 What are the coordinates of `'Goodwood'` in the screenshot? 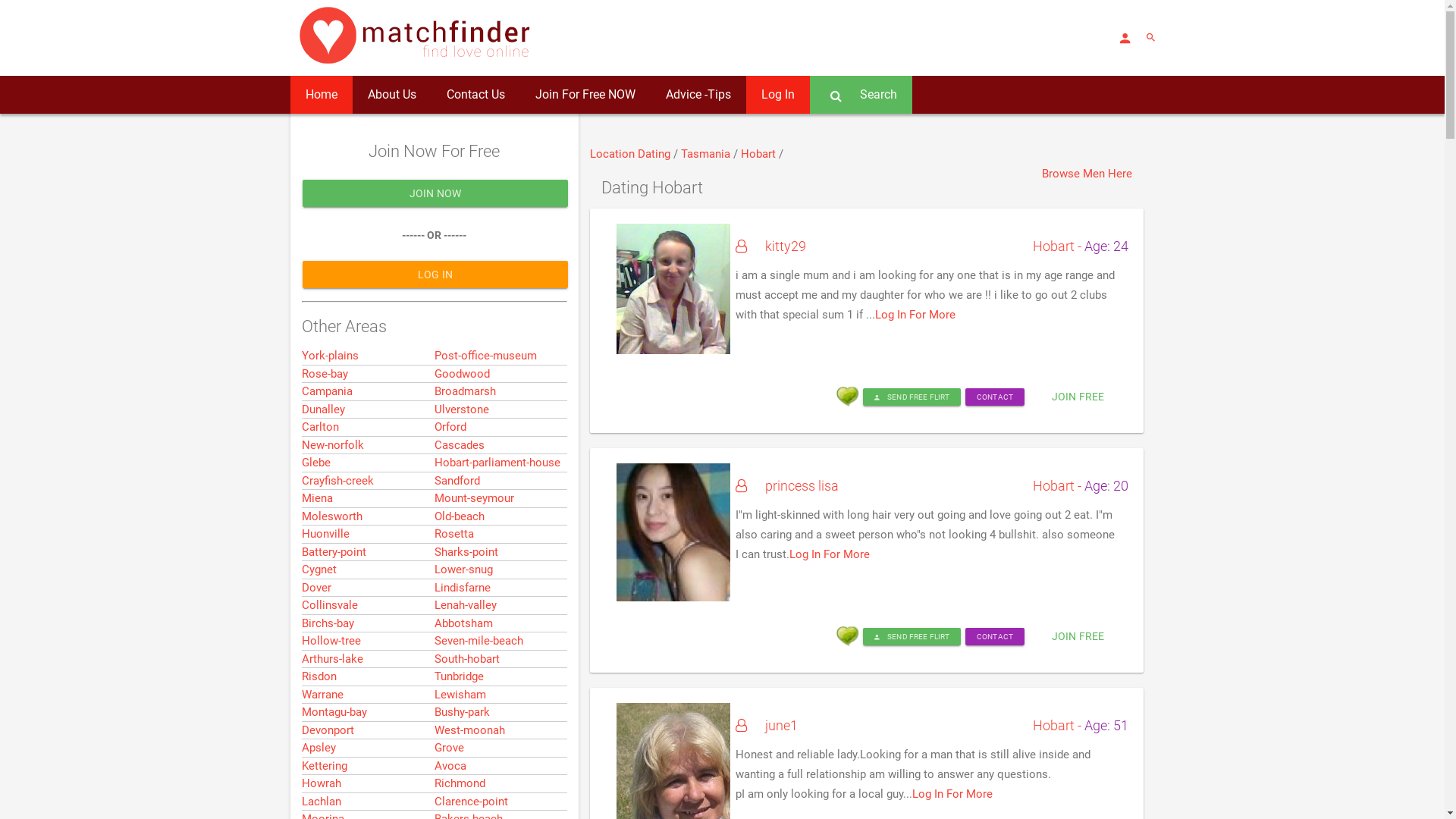 It's located at (432, 374).